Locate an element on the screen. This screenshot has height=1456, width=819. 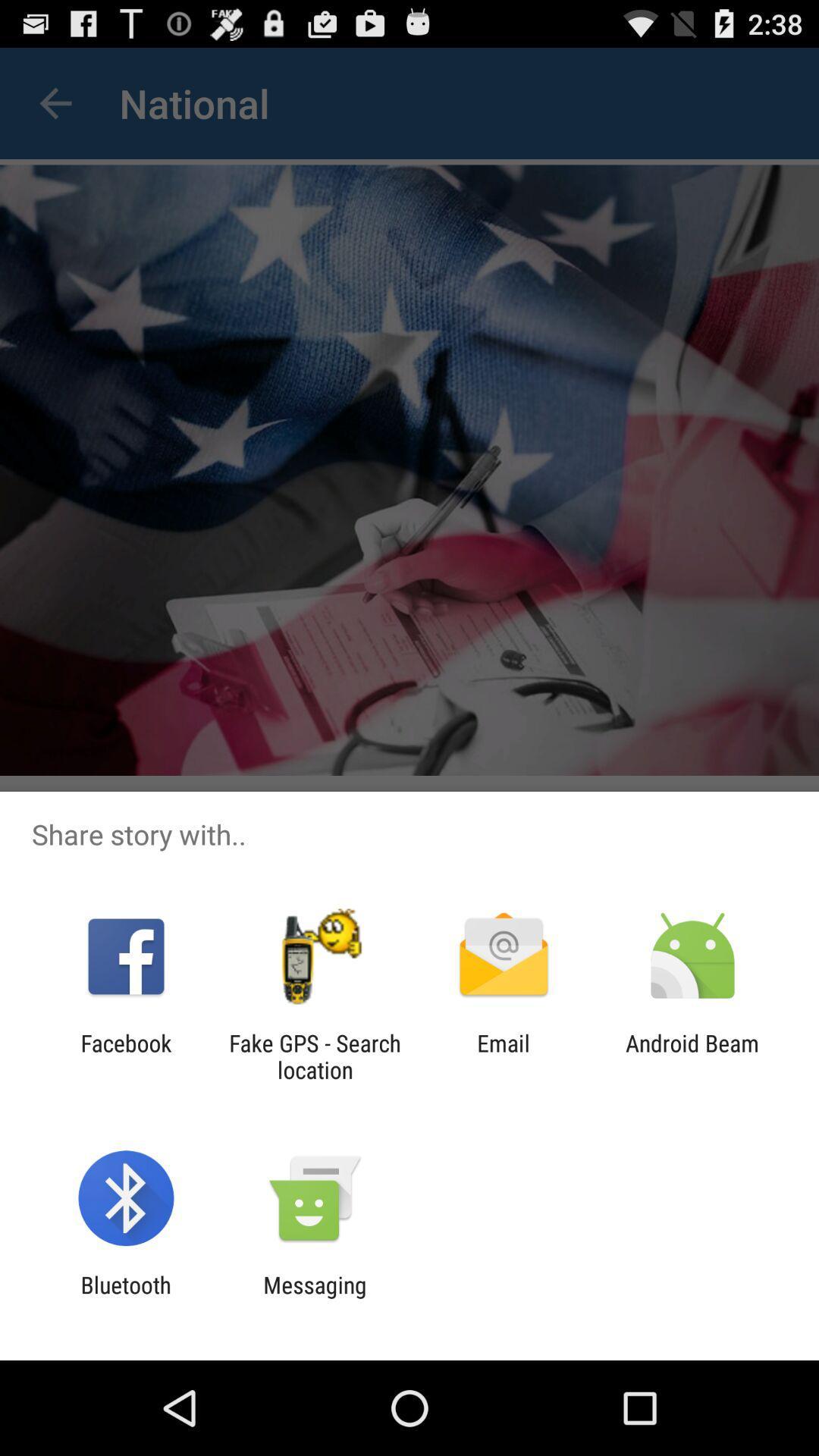
app to the left of messaging app is located at coordinates (125, 1298).